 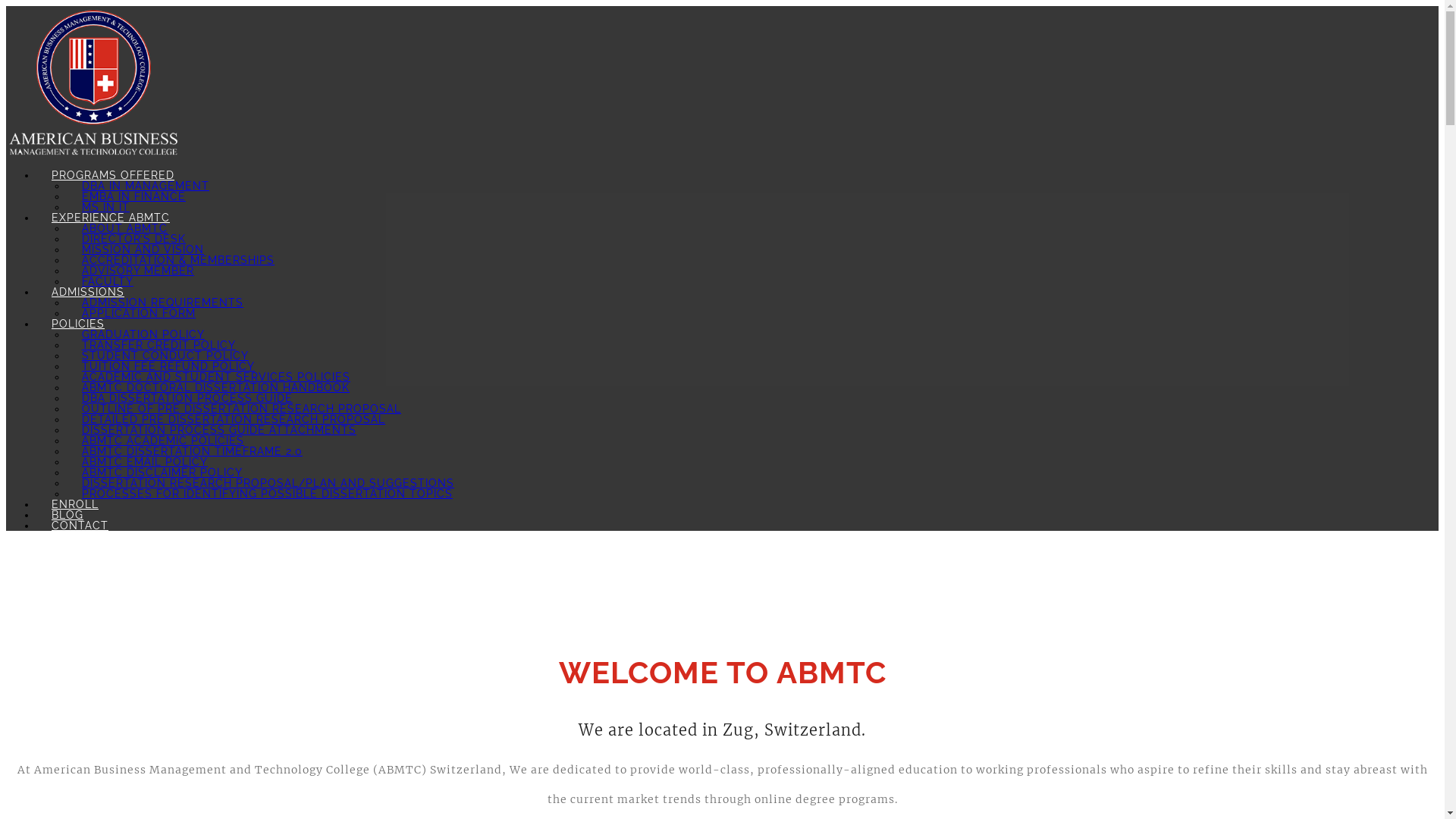 I want to click on 'FACULTY', so click(x=107, y=281).